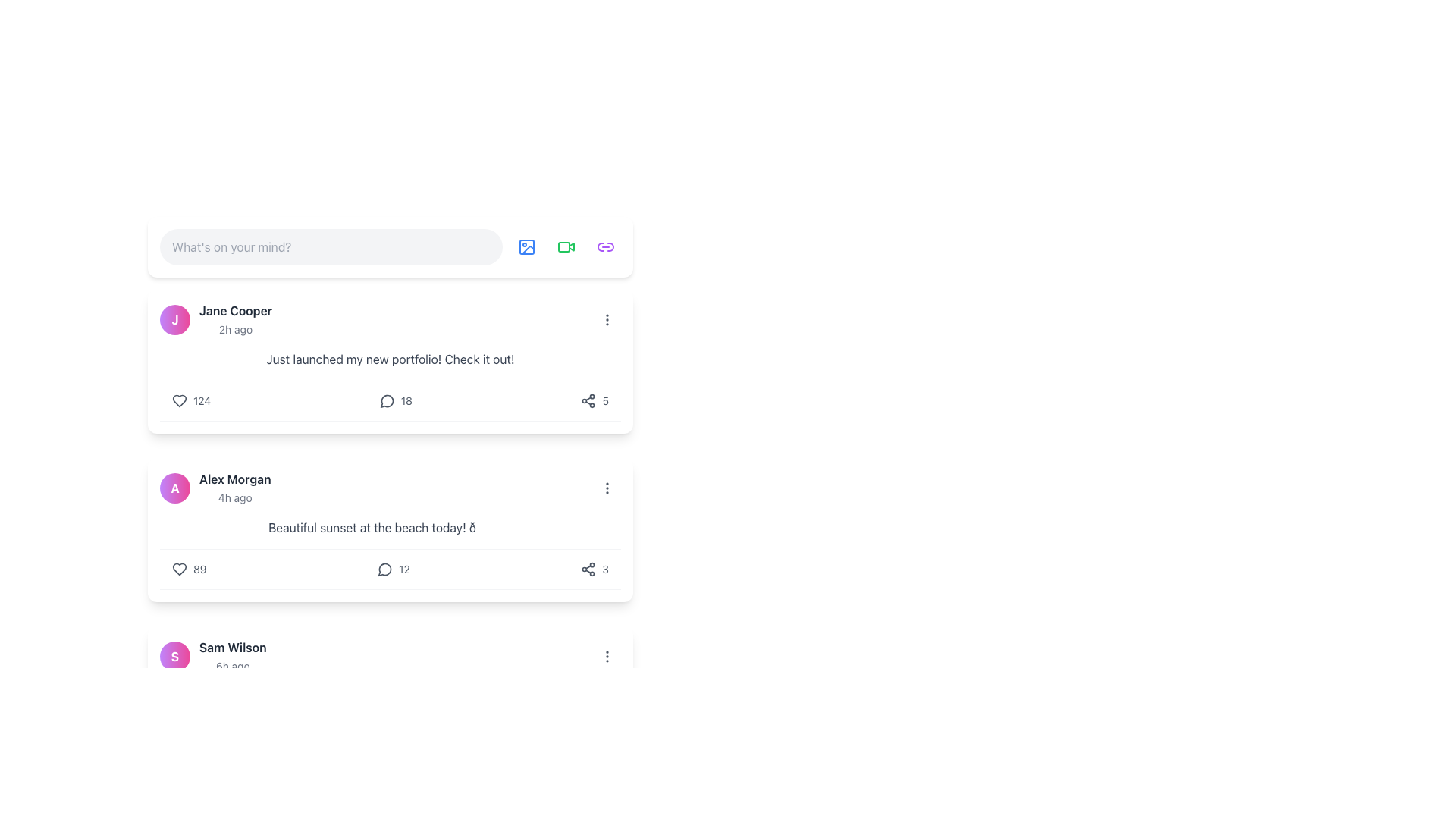  What do you see at coordinates (607, 318) in the screenshot?
I see `the icon button representing a vertical ellipsis located at the upper-right corner of Jane Cooper's post` at bounding box center [607, 318].